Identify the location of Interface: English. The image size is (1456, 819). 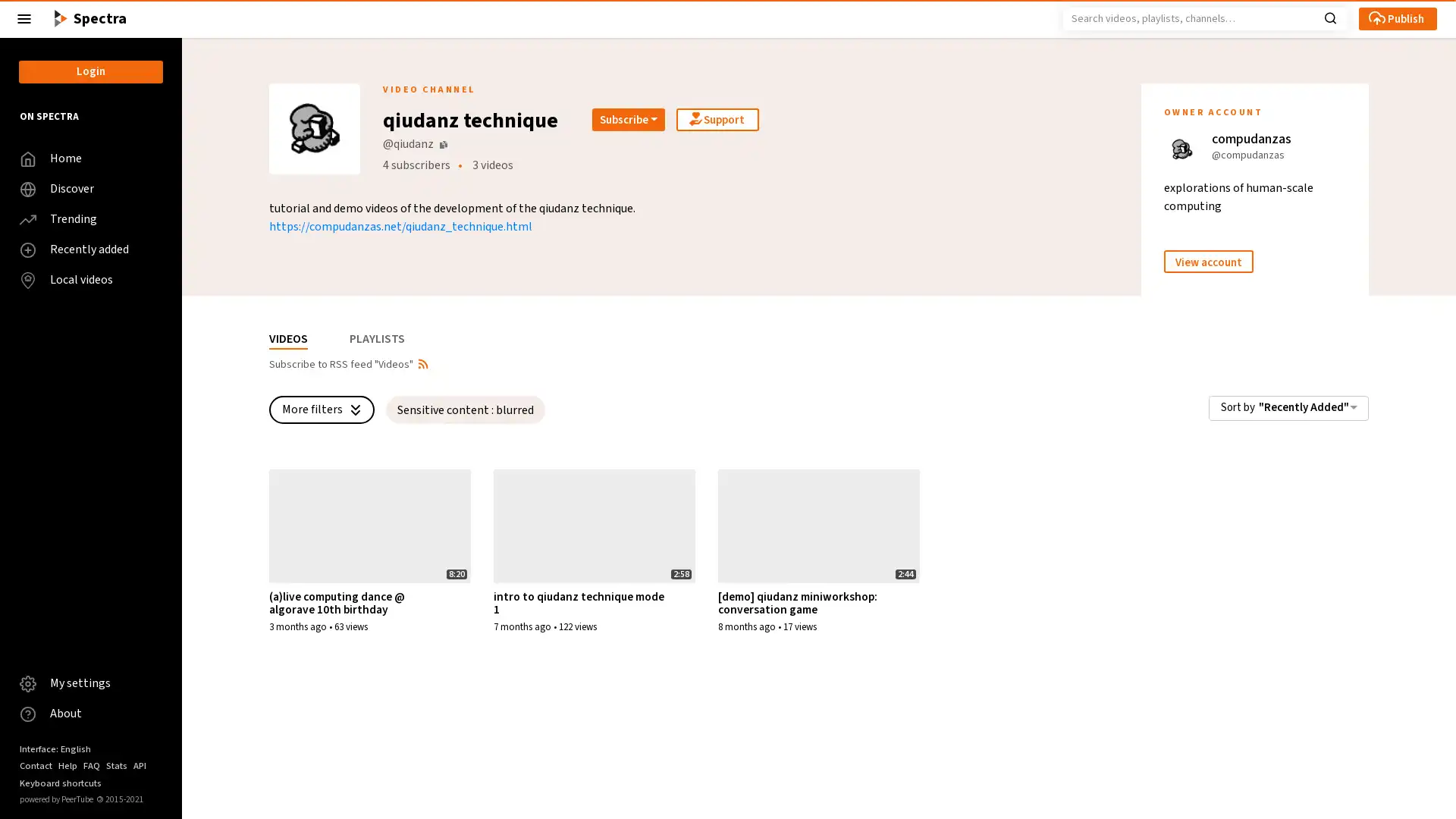
(55, 748).